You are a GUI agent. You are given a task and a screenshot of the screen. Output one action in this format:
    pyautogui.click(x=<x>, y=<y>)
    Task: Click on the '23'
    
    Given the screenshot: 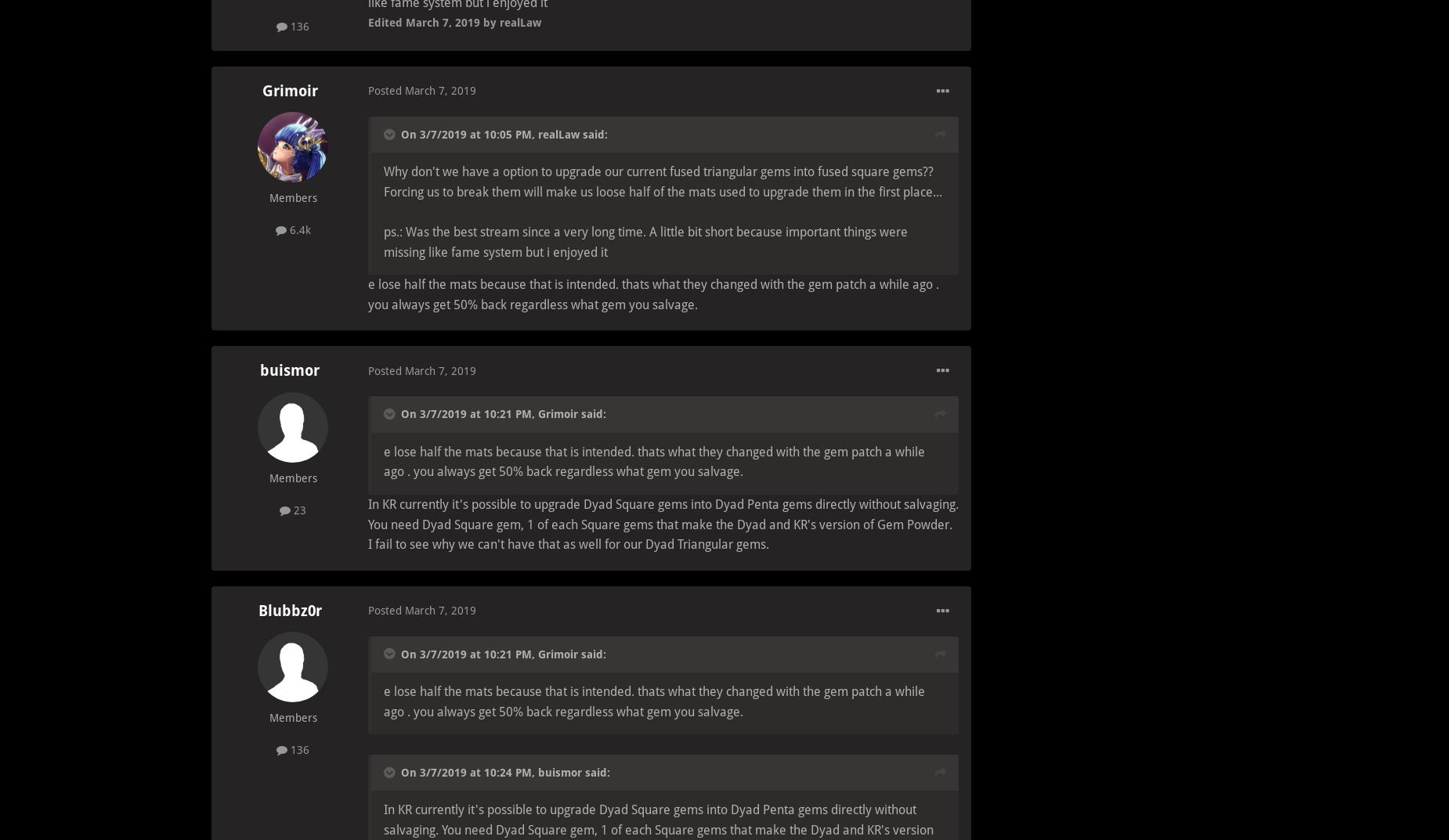 What is the action you would take?
    pyautogui.click(x=289, y=508)
    